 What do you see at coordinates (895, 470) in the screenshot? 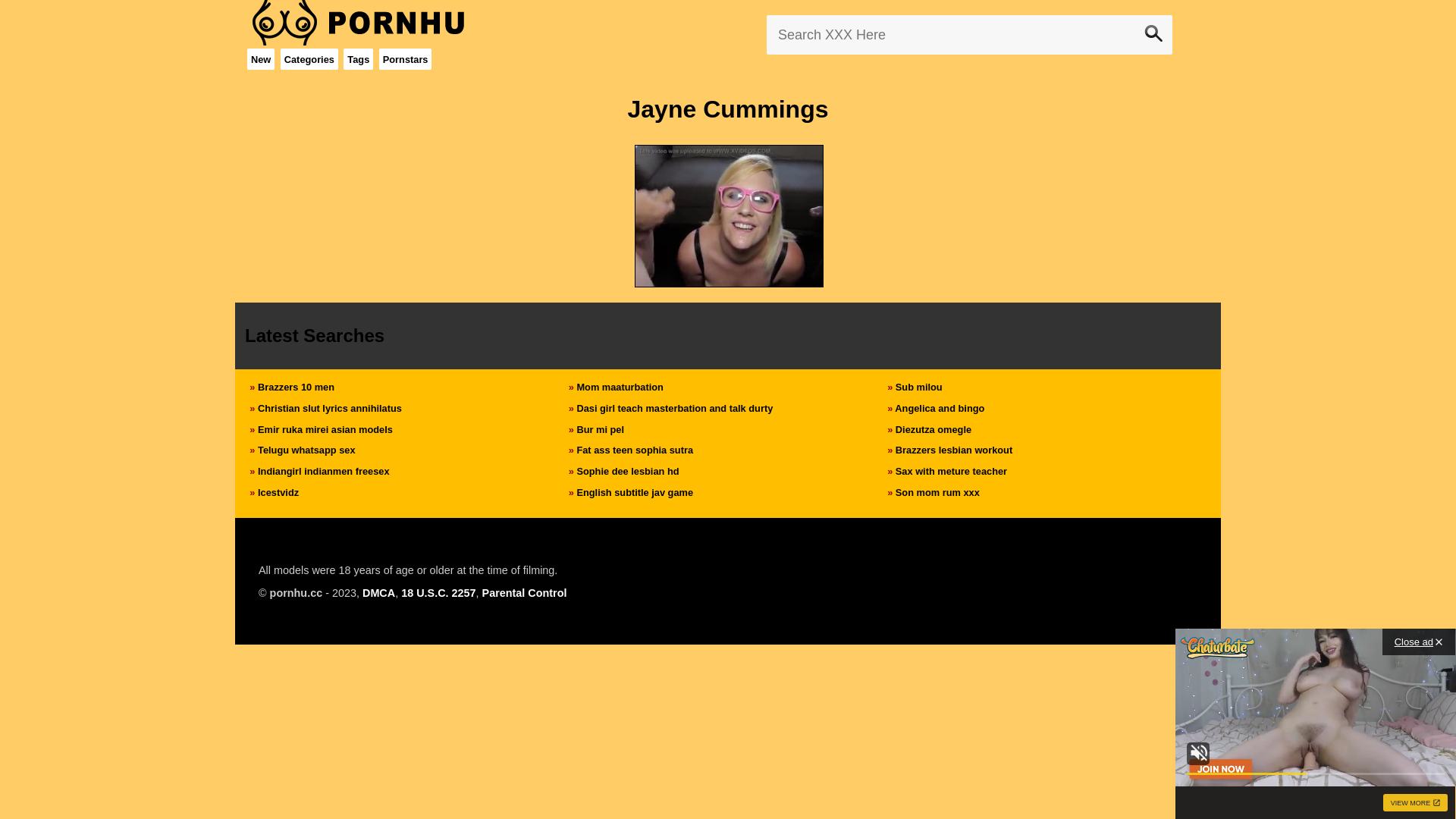
I see `'Sax with meture teacher'` at bounding box center [895, 470].